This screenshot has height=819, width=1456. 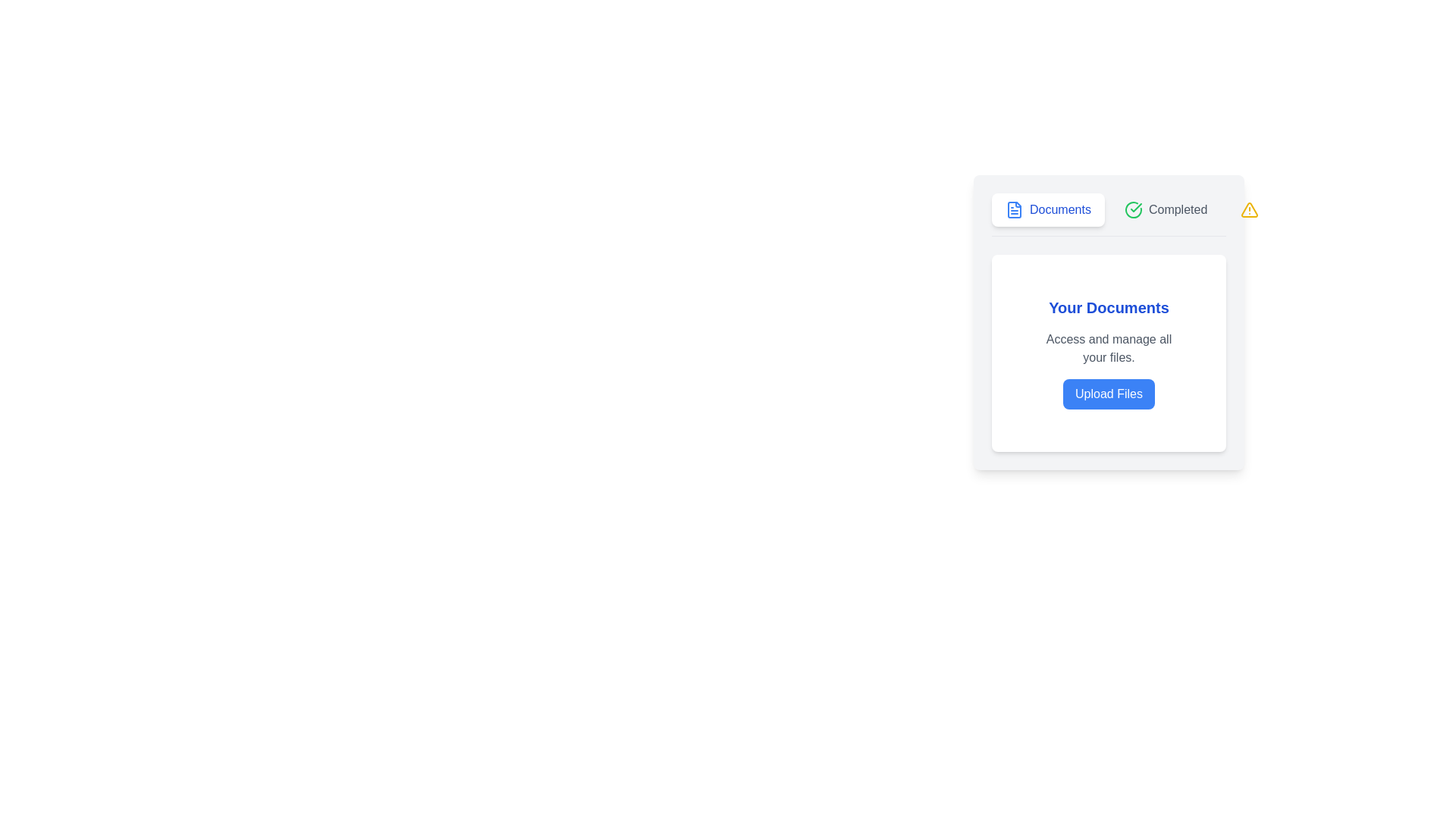 I want to click on the 'Documents' icon located to the left of the text label in the top-left corner of the interface, so click(x=1015, y=210).